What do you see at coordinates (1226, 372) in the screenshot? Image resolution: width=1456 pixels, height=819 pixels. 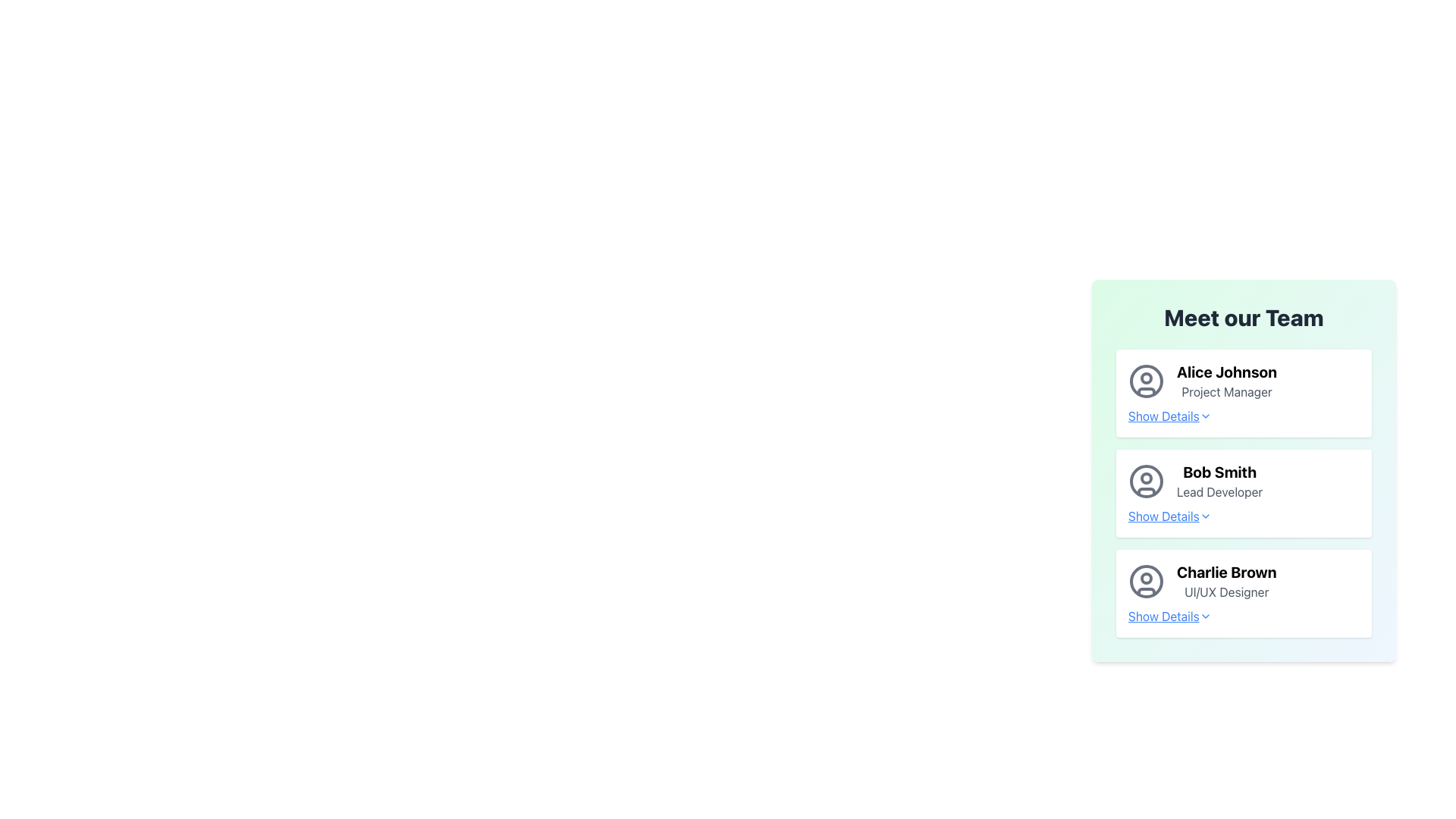 I see `the text component displaying 'Alice Johnson' which is styled in bold and located at the top of the team member information card in the 'Meet our Team' section` at bounding box center [1226, 372].